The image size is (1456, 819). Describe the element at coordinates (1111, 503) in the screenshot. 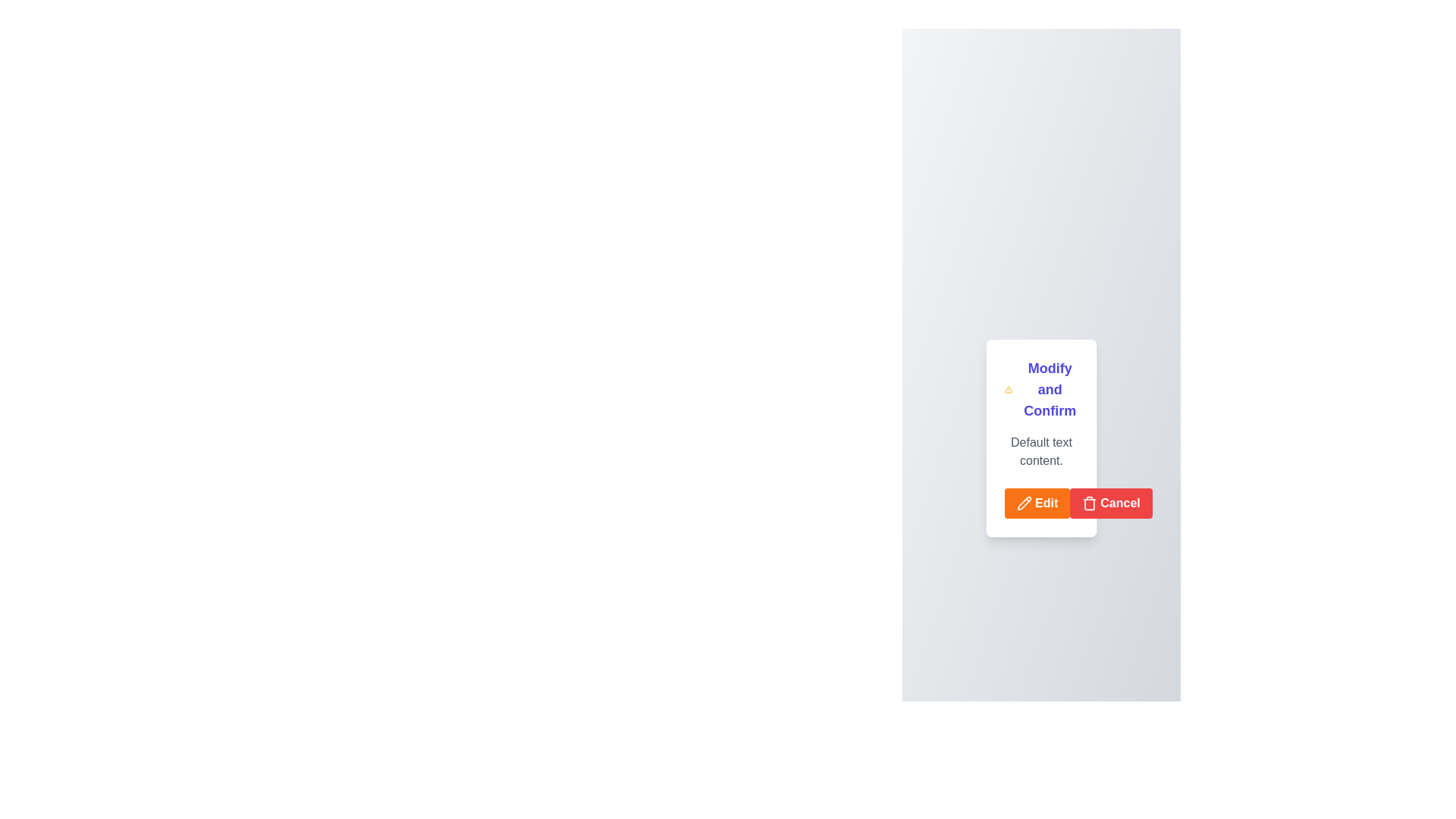

I see `the cancel button located at the bottom of the card layout` at that location.